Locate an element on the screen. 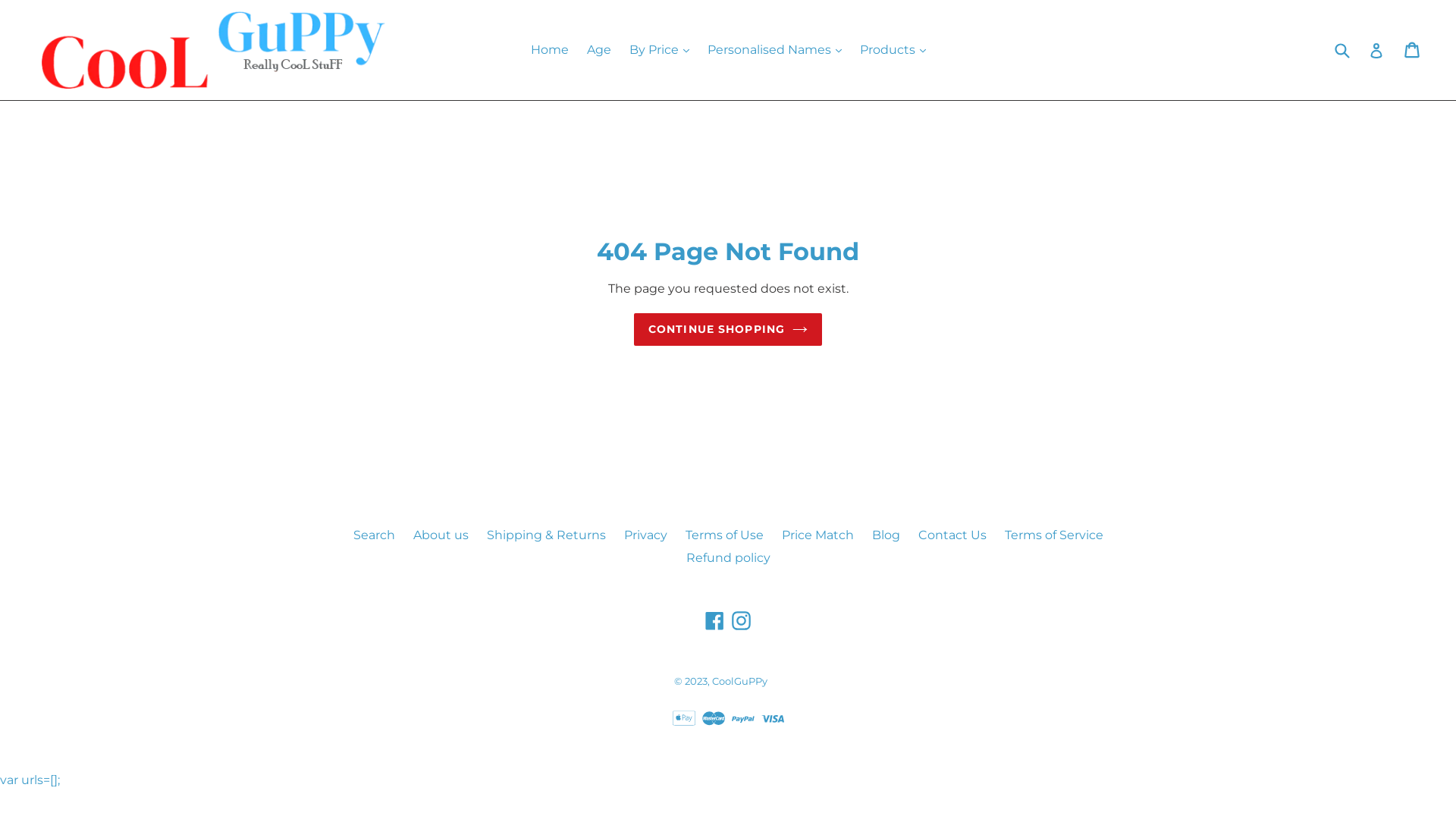 This screenshot has width=1456, height=819. 'Blog' is located at coordinates (872, 534).